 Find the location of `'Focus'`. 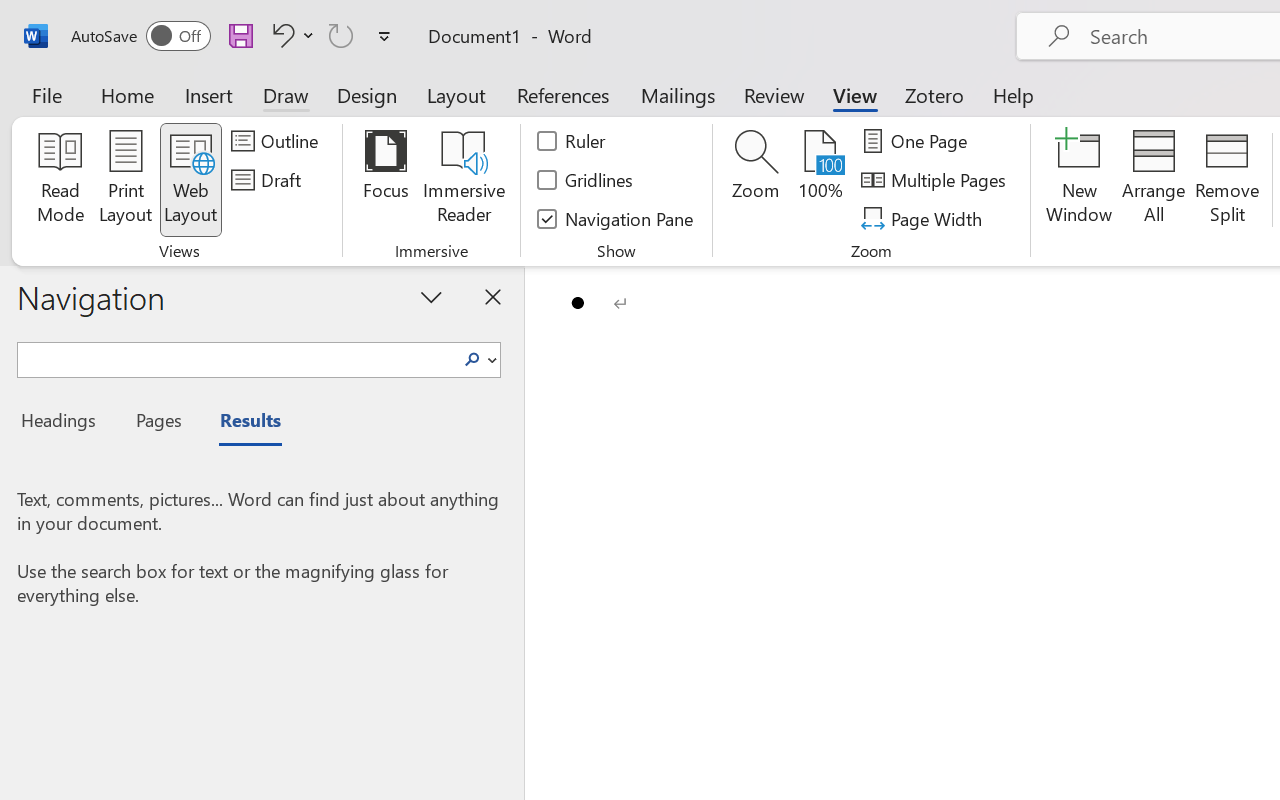

'Focus' is located at coordinates (385, 179).